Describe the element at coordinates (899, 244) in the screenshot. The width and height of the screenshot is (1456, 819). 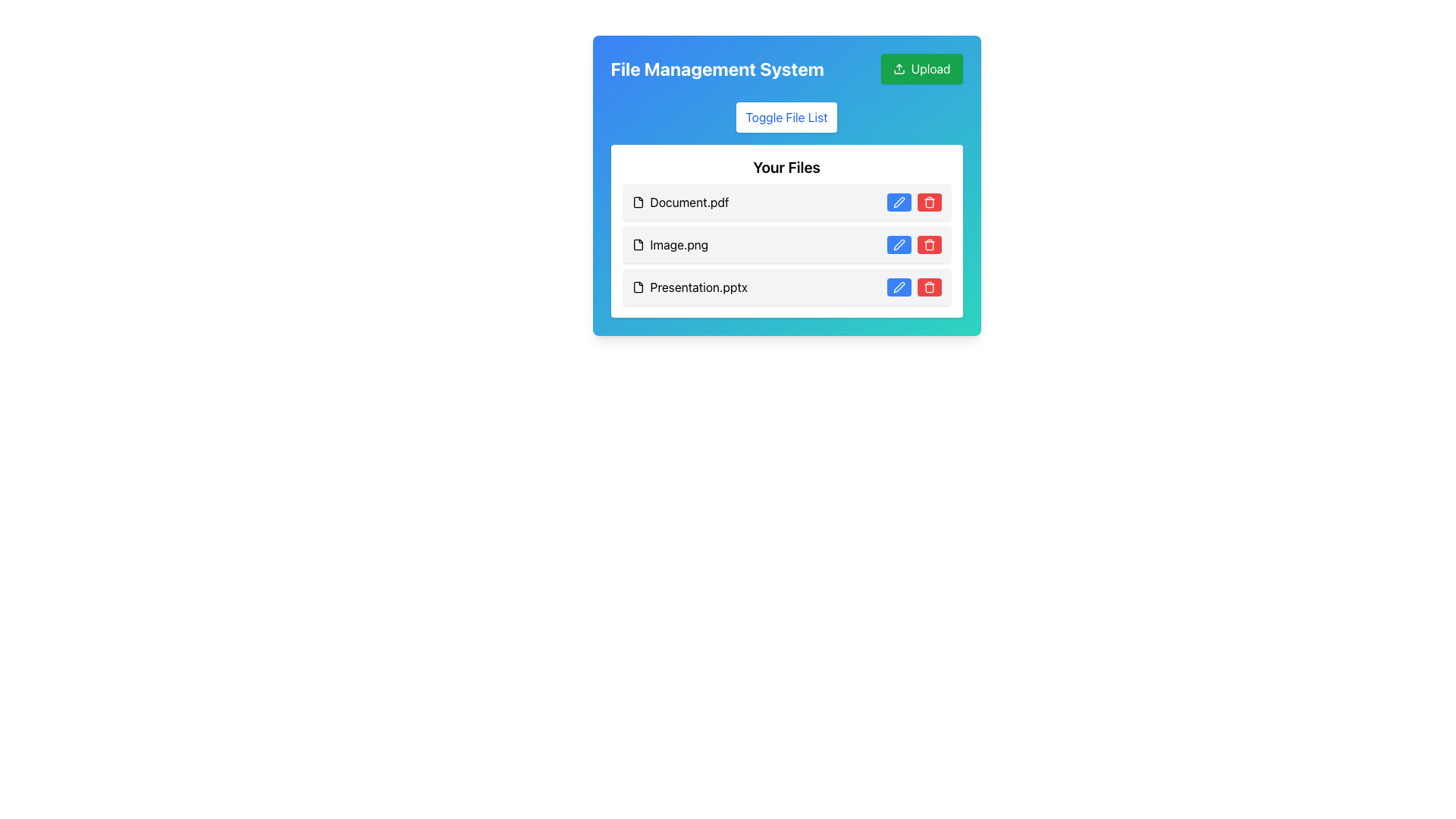
I see `the pen icon inside the blue button adjacent to the 'Image.png' file name` at that location.